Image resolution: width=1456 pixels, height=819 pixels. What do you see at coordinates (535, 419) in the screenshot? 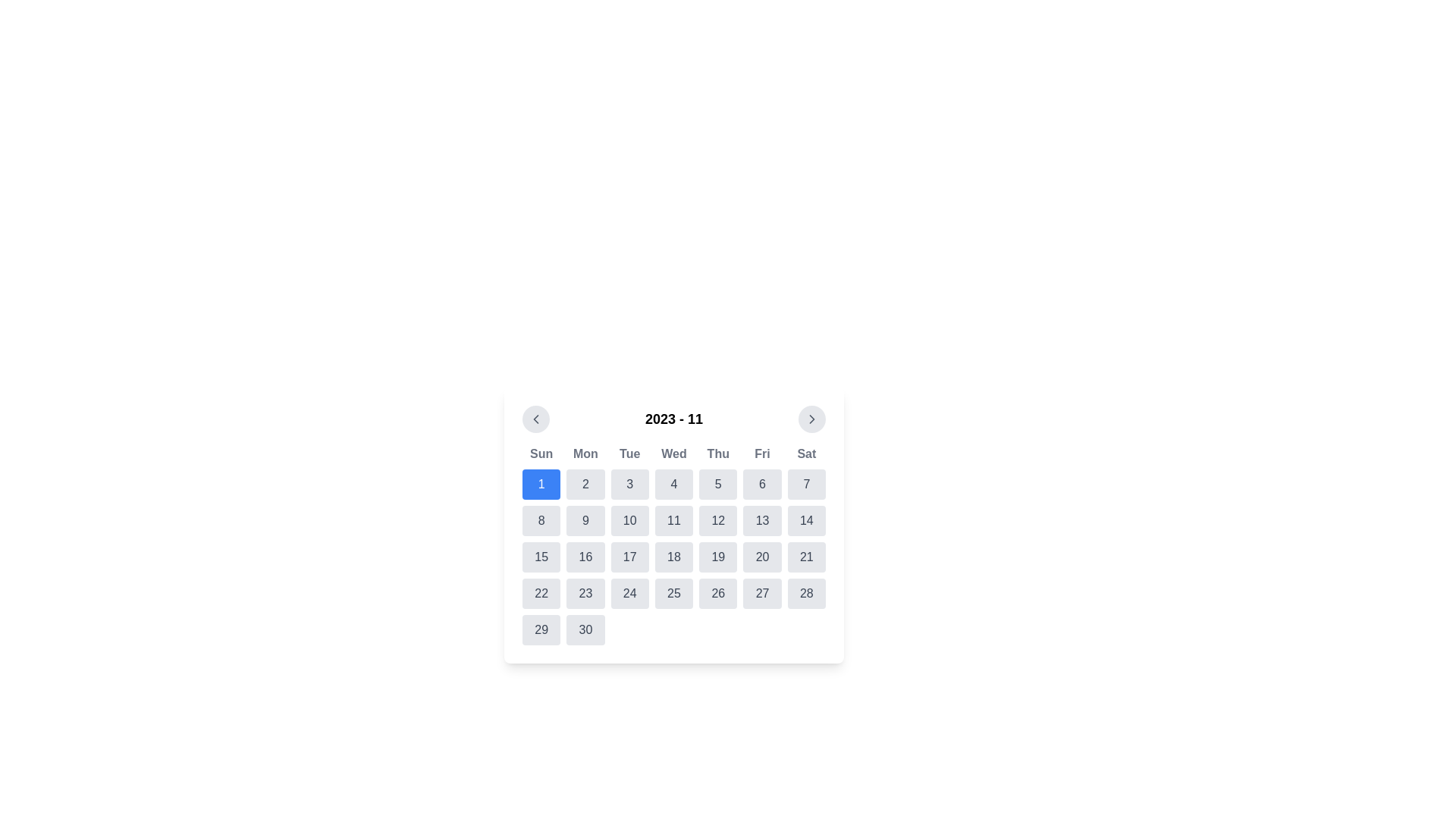
I see `the left-pointing chevron-shaped icon within the calendar header to trigger an interaction` at bounding box center [535, 419].